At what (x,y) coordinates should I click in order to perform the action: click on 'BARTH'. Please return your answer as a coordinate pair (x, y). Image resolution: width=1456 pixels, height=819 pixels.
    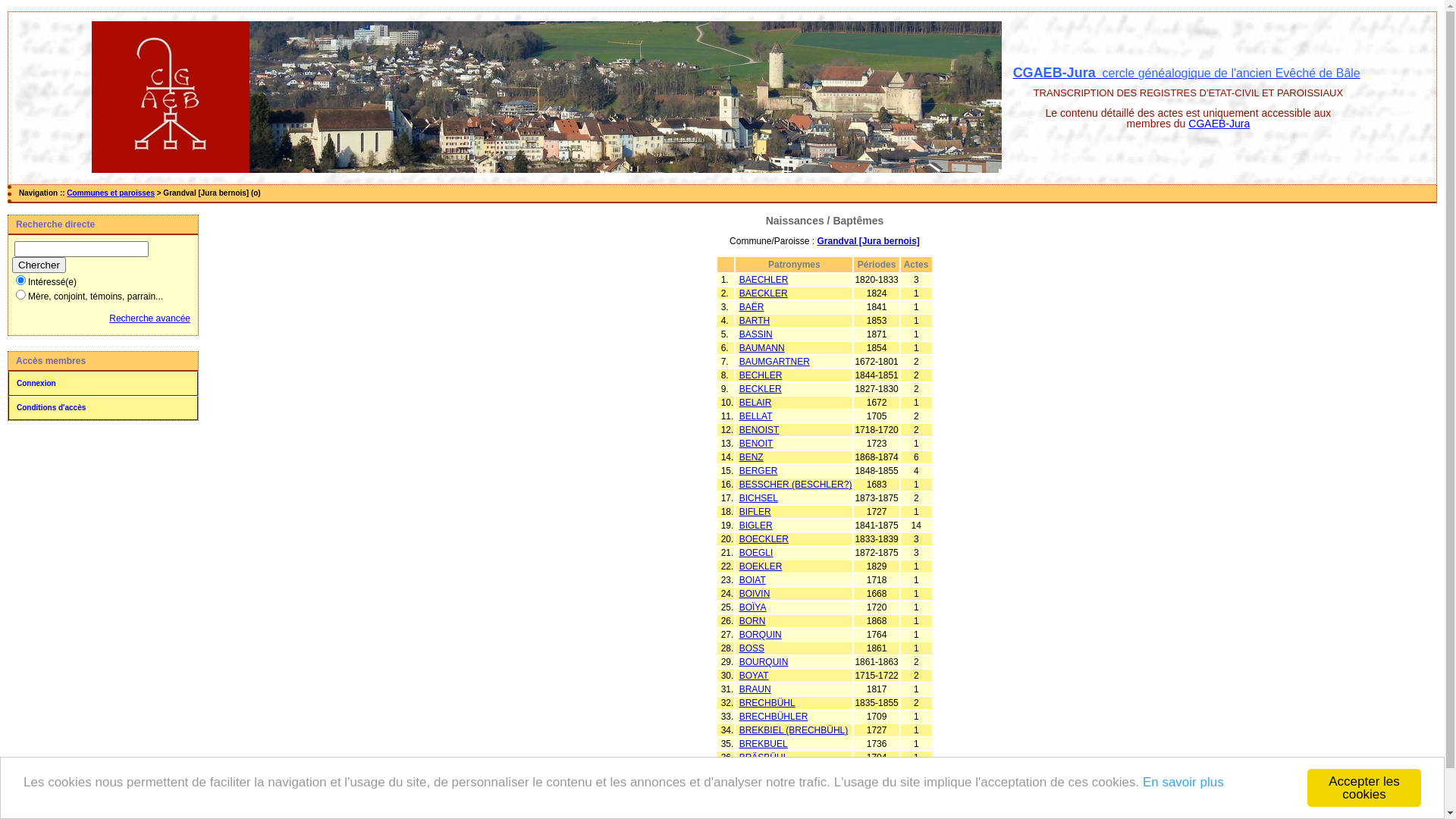
    Looking at the image, I should click on (754, 320).